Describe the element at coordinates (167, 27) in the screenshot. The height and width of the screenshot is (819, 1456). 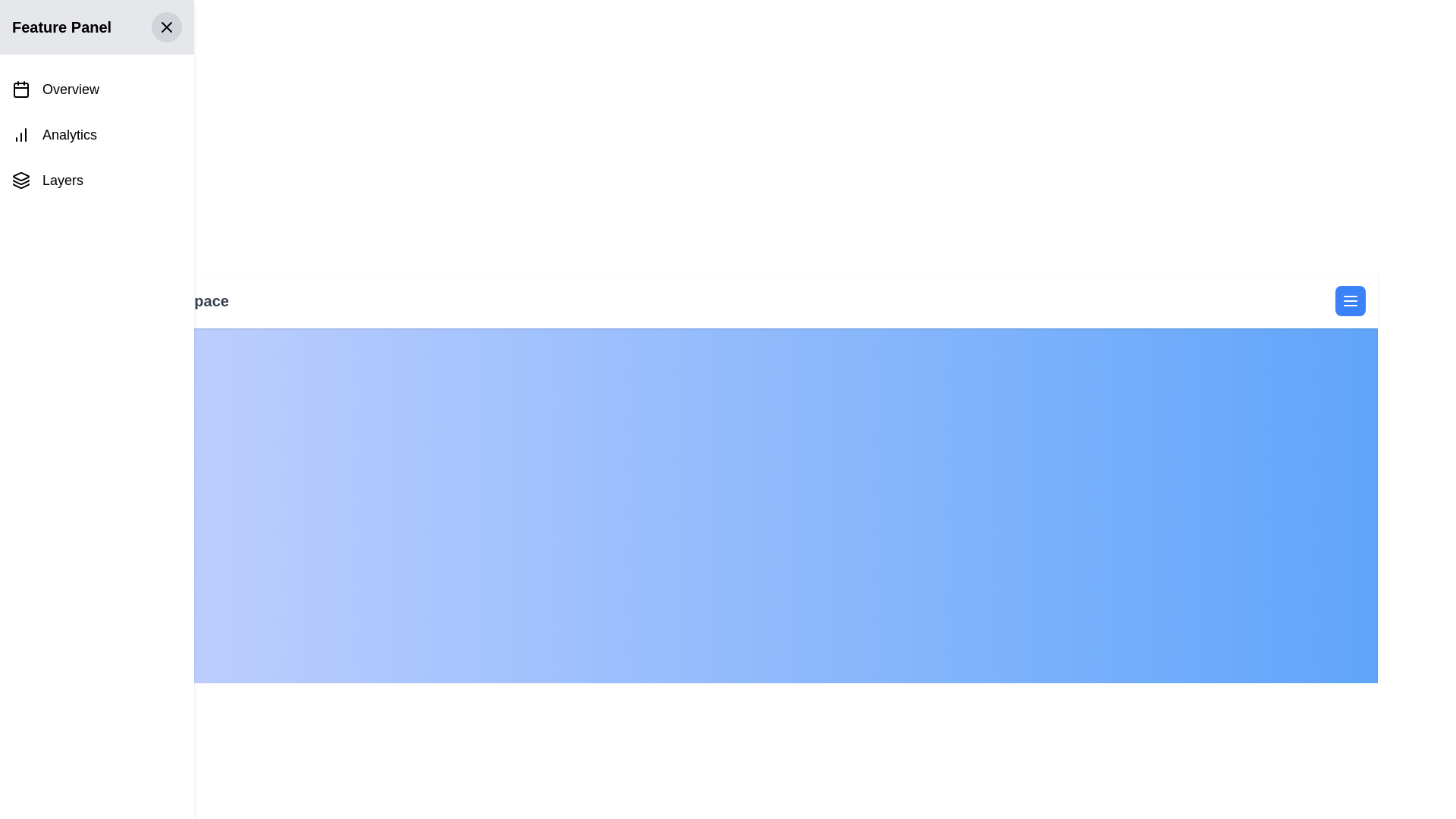
I see `the button located in the top-right corner of the 'Feature Panel' header, next to the 'Feature Panel' label` at that location.